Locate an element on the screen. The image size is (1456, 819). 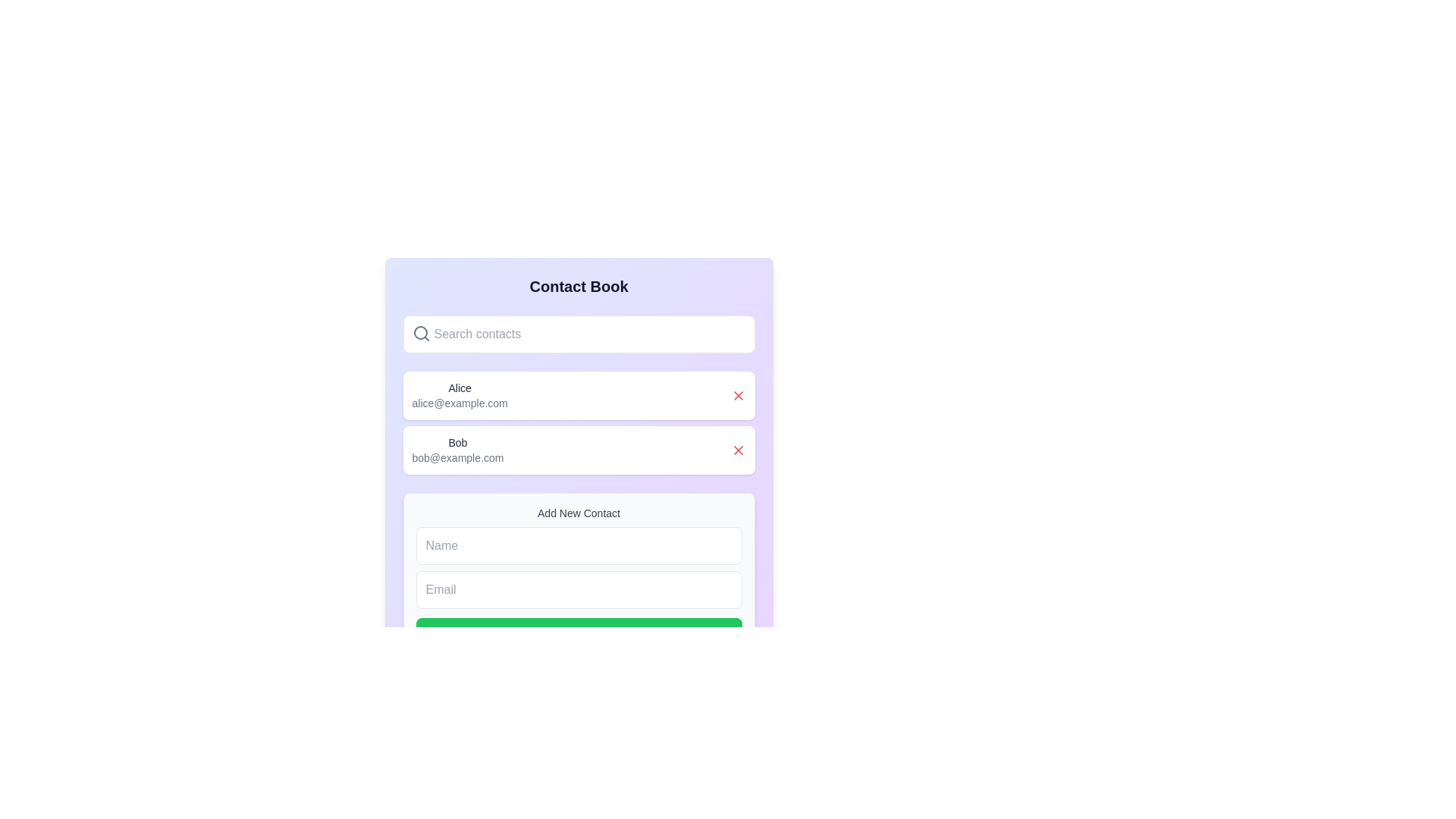
text display area containing the name 'Bob' and the email 'bob@example.com' in the second contact card from the top in the contact list section is located at coordinates (457, 450).